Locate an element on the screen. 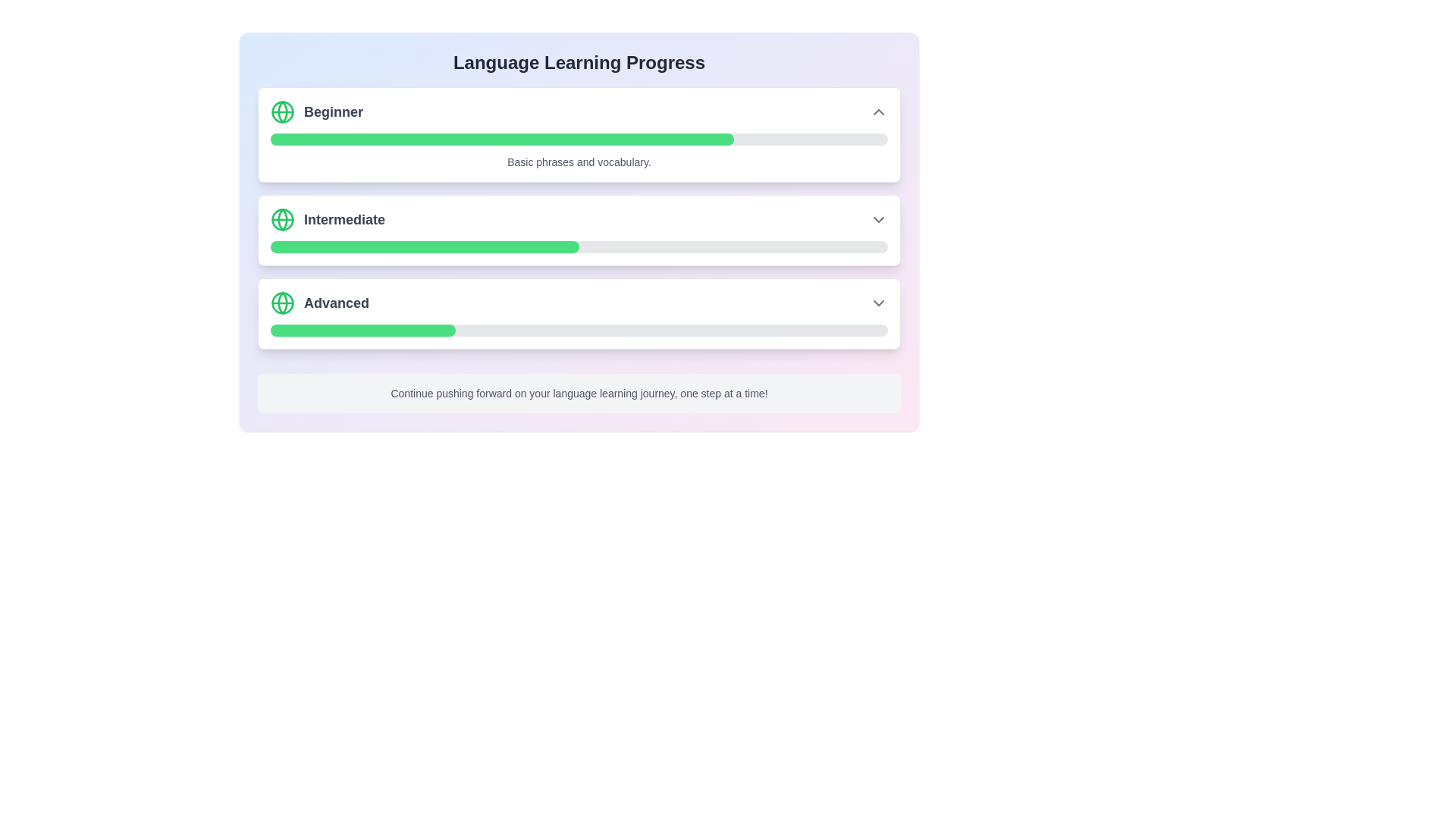 This screenshot has height=819, width=1456. the fill level of the progress bar located beneath the bold title 'Beginner' and above the description 'Basic phrases and vocabulary'. The progress bar indicates a 75% completion with a green filled section is located at coordinates (578, 140).